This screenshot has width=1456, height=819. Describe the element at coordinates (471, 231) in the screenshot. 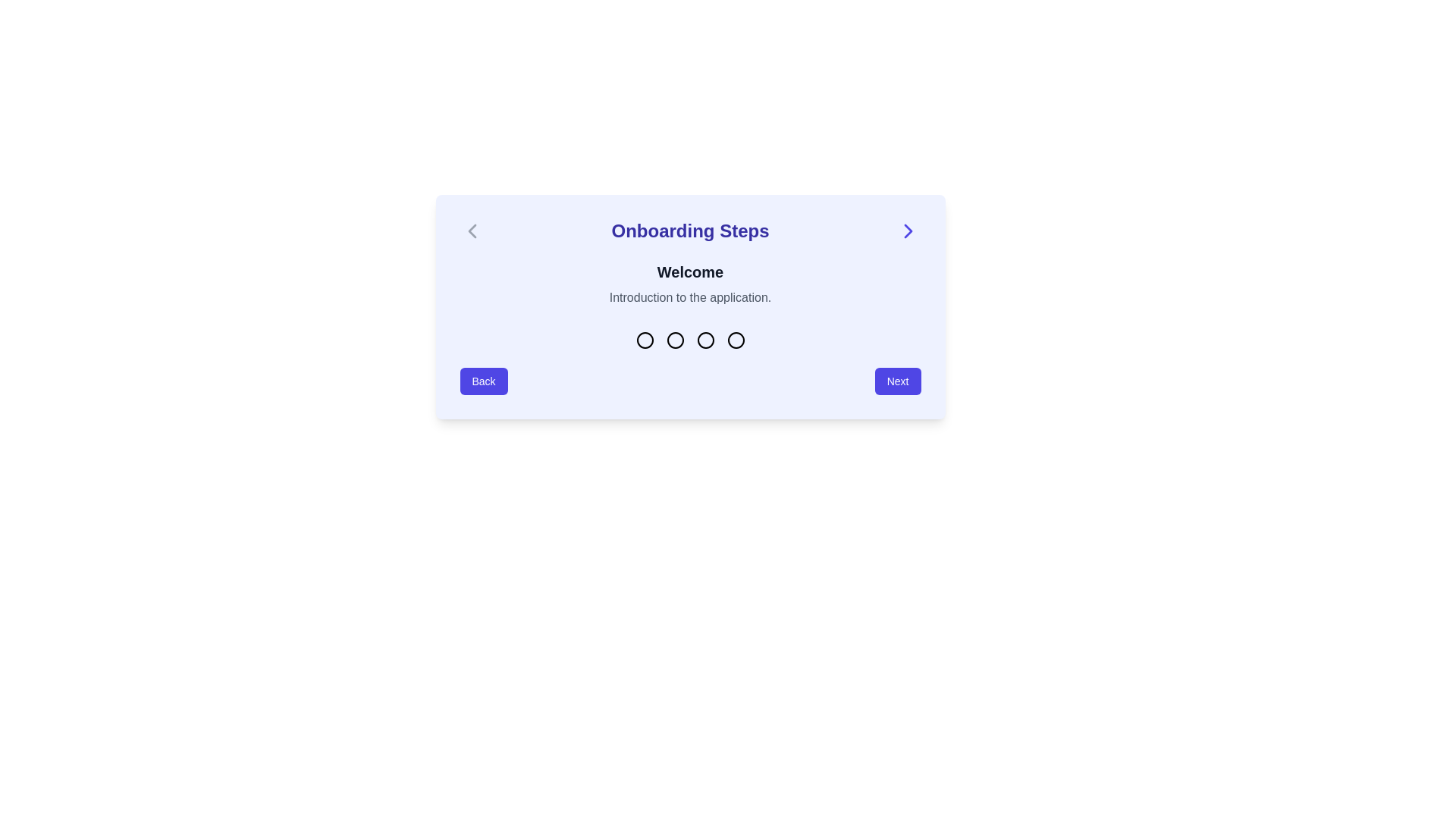

I see `the left-pointing Chevron icon located within the light blue background area` at that location.